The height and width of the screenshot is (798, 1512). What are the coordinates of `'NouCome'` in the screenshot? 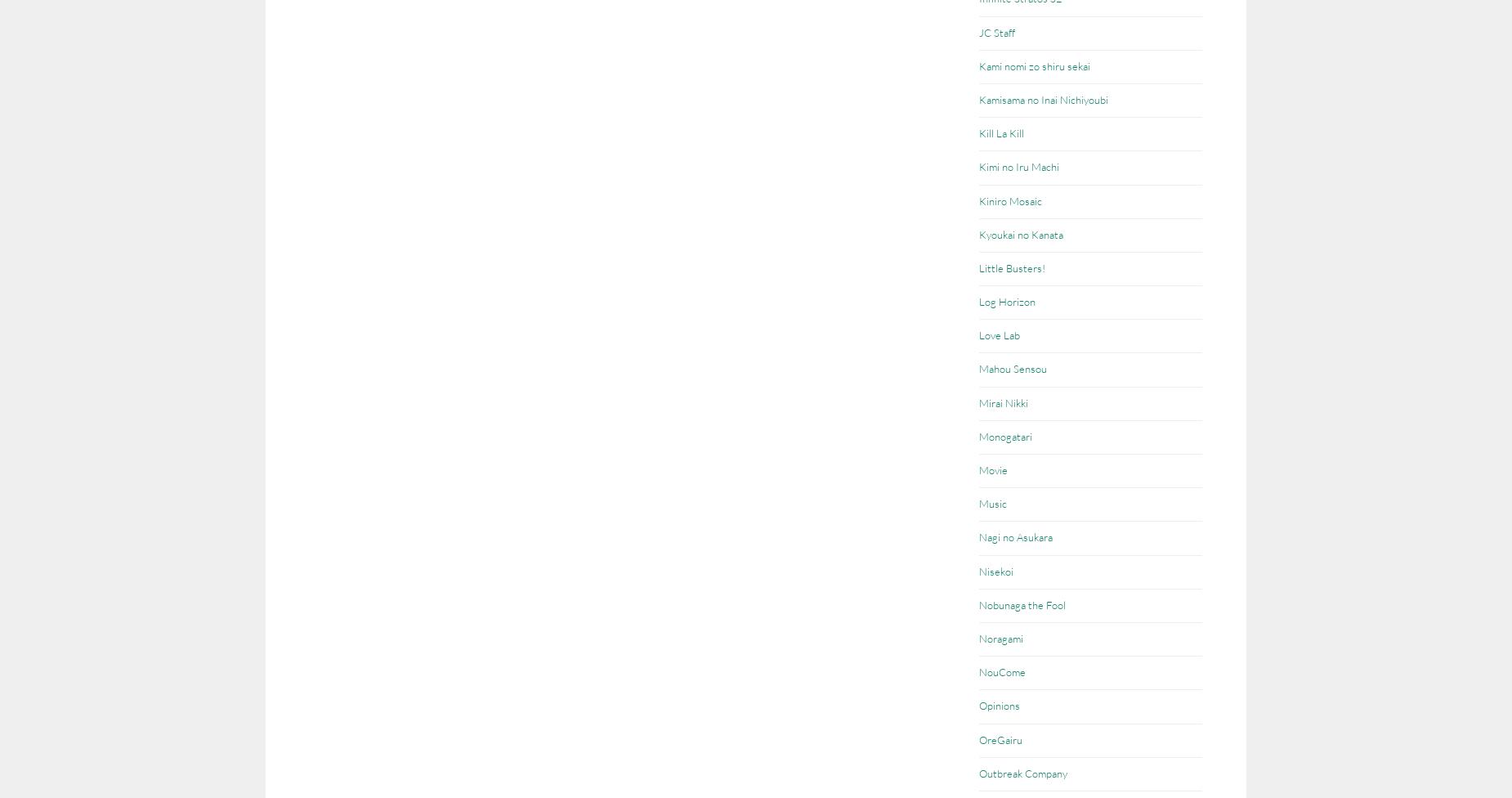 It's located at (978, 671).